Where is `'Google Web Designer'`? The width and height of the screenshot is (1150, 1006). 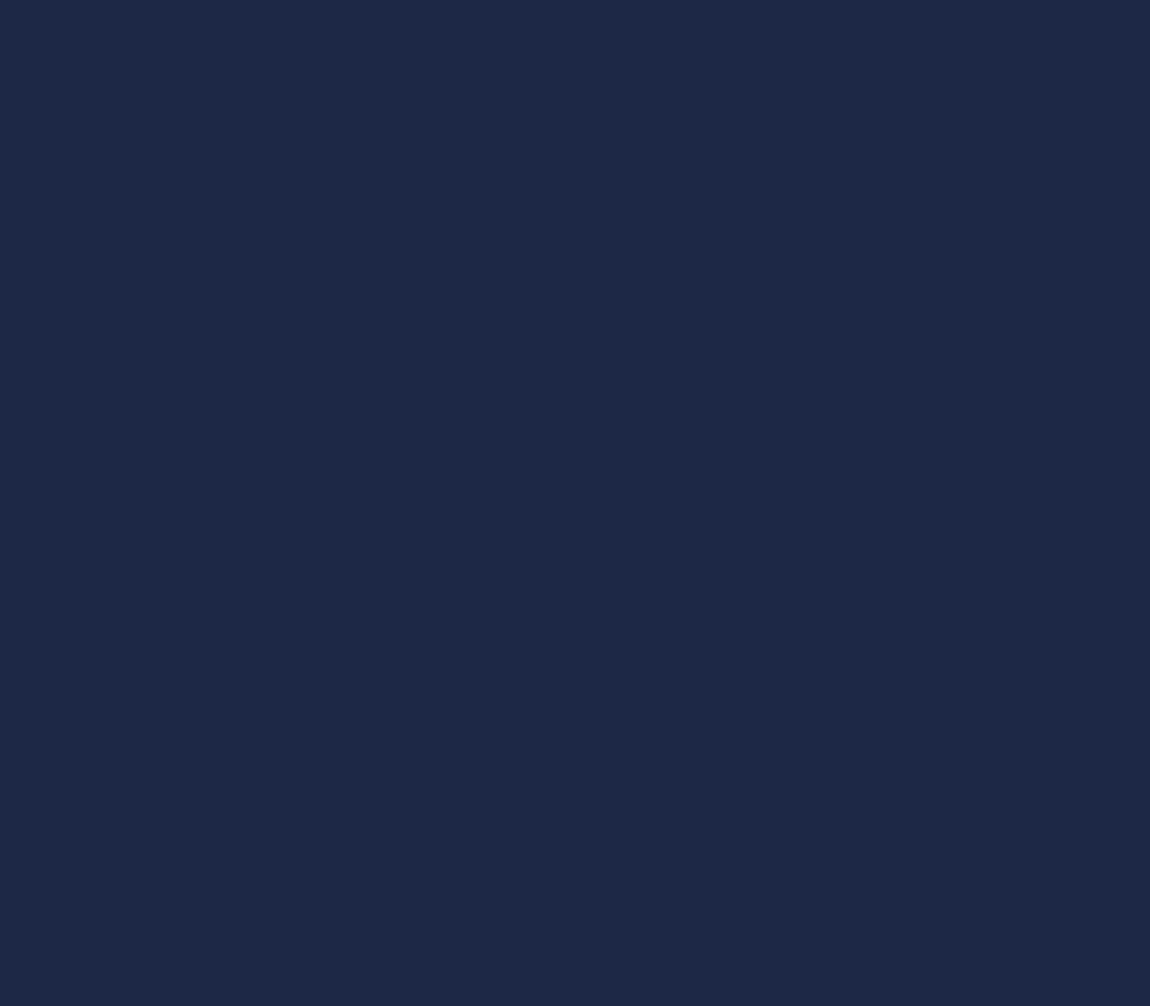
'Google Web Designer' is located at coordinates (439, 380).